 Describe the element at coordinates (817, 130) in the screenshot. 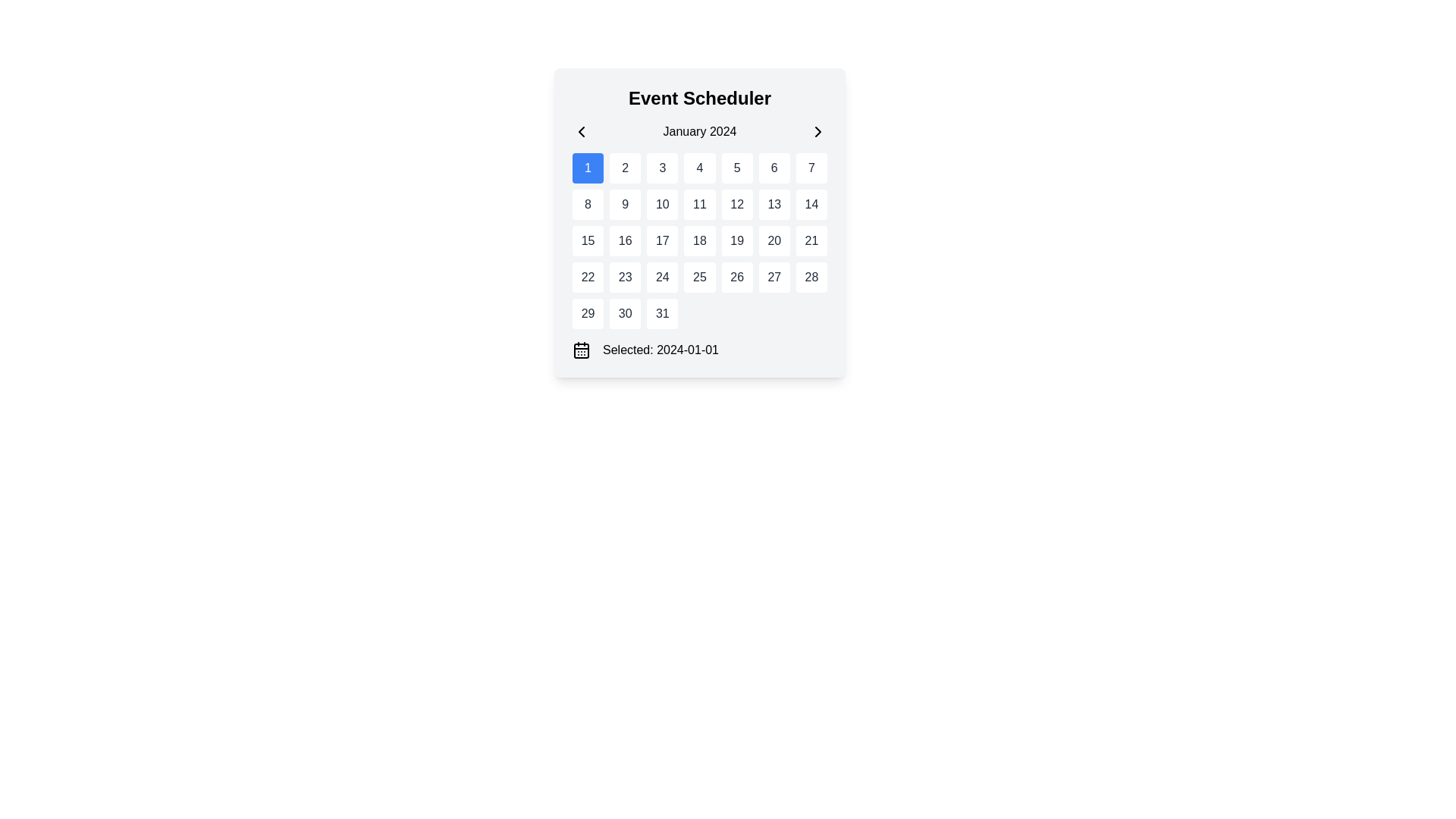

I see `the right arrow icon button next to the text 'January 2024' to trigger hover states` at that location.